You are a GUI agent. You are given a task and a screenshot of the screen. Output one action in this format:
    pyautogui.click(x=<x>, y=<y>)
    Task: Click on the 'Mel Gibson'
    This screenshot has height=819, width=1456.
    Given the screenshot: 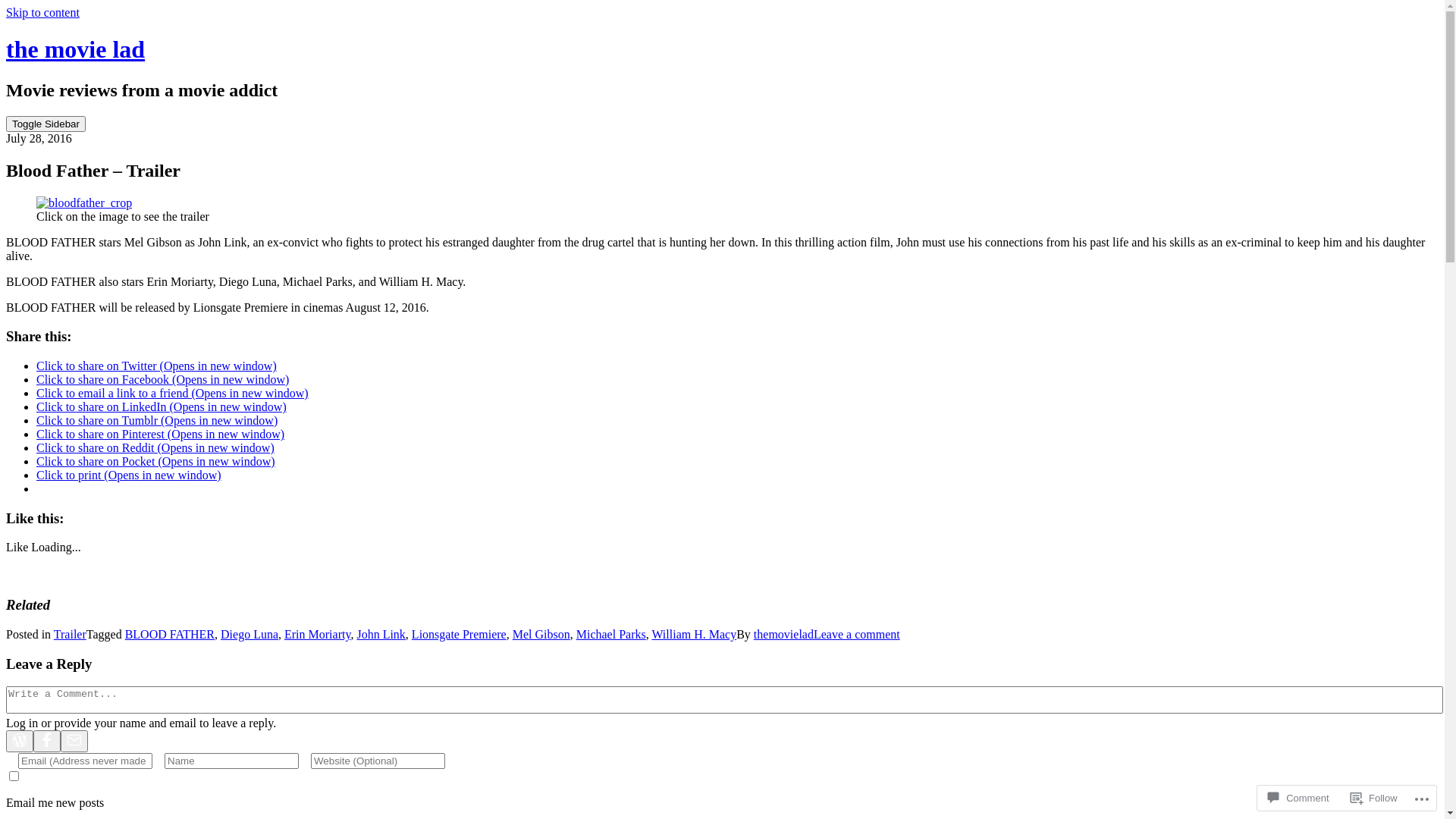 What is the action you would take?
    pyautogui.click(x=541, y=634)
    